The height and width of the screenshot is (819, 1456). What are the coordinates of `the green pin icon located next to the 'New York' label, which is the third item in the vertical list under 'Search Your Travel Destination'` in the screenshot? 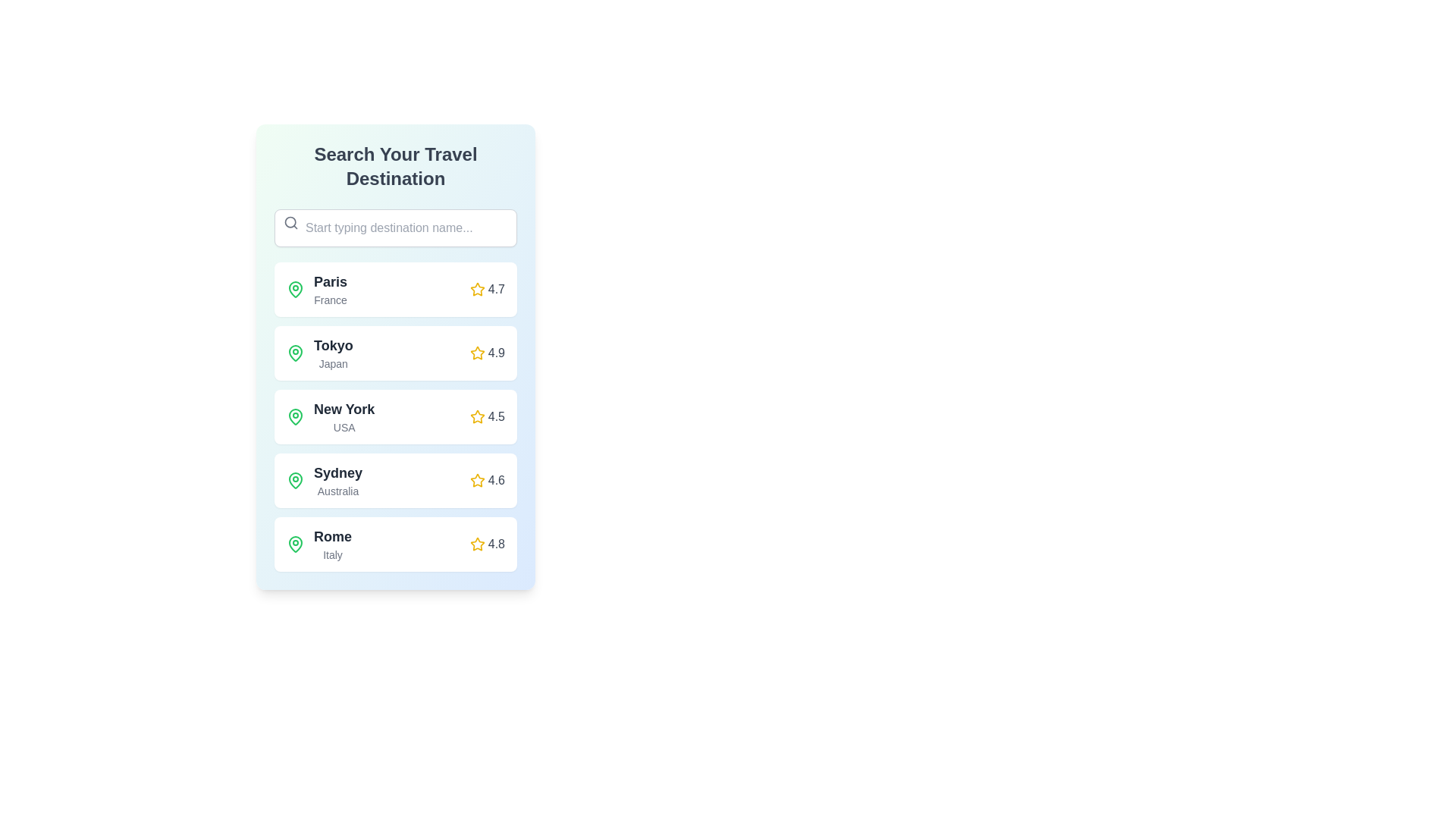 It's located at (295, 417).